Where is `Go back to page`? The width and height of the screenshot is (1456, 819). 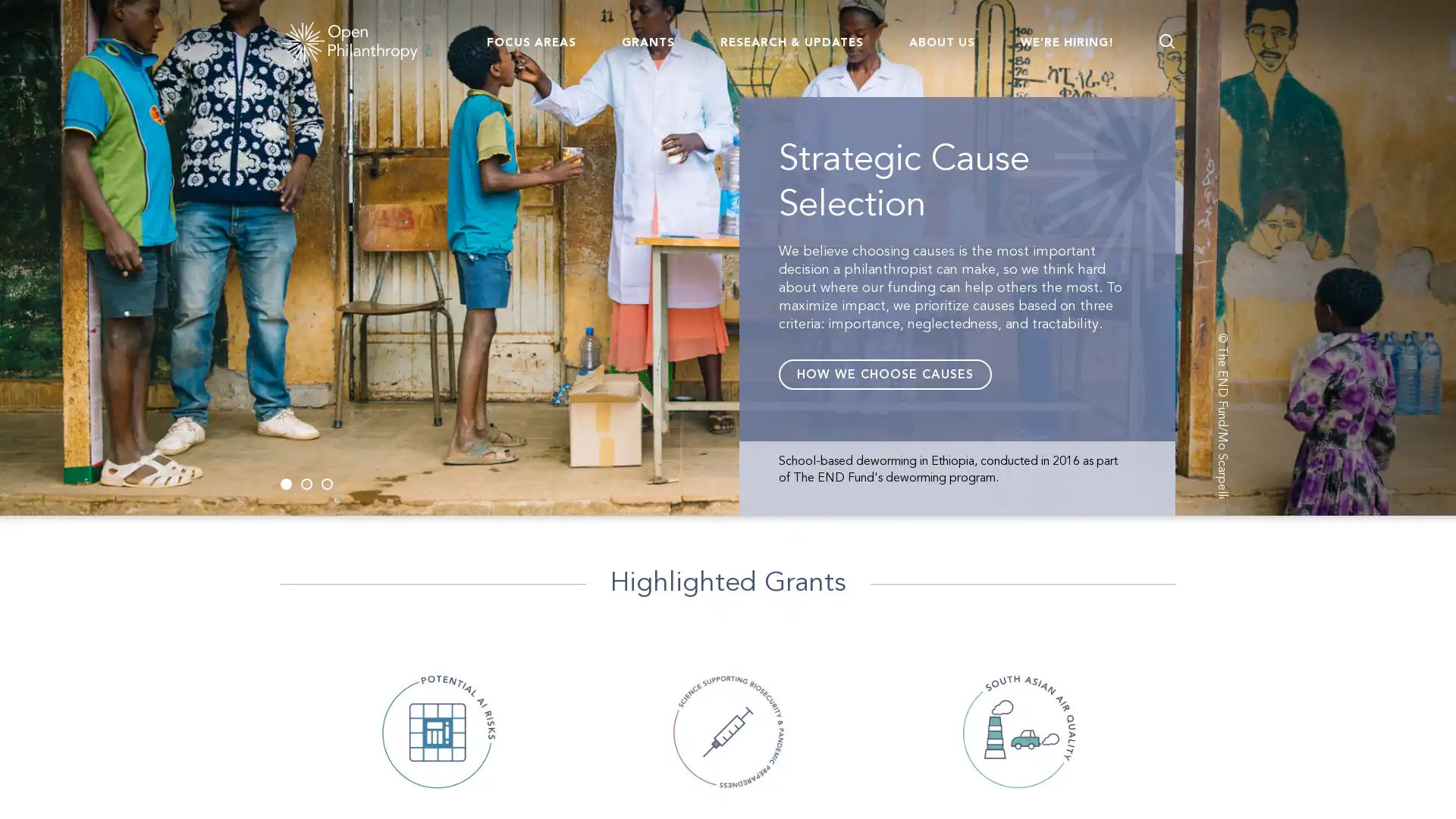
Go back to page is located at coordinates (1430, 33).